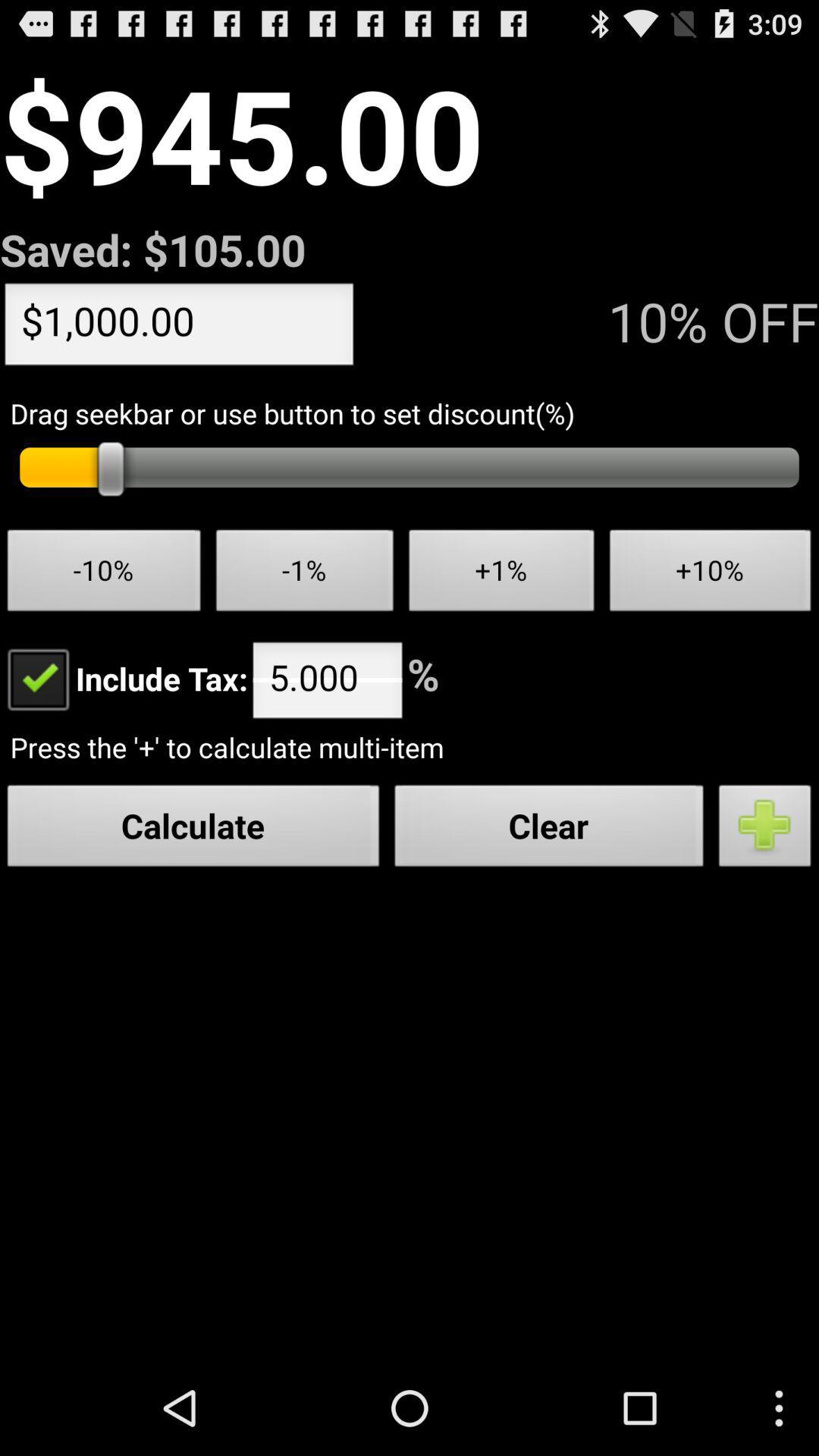 The height and width of the screenshot is (1456, 819). I want to click on $1,000.00, so click(178, 327).